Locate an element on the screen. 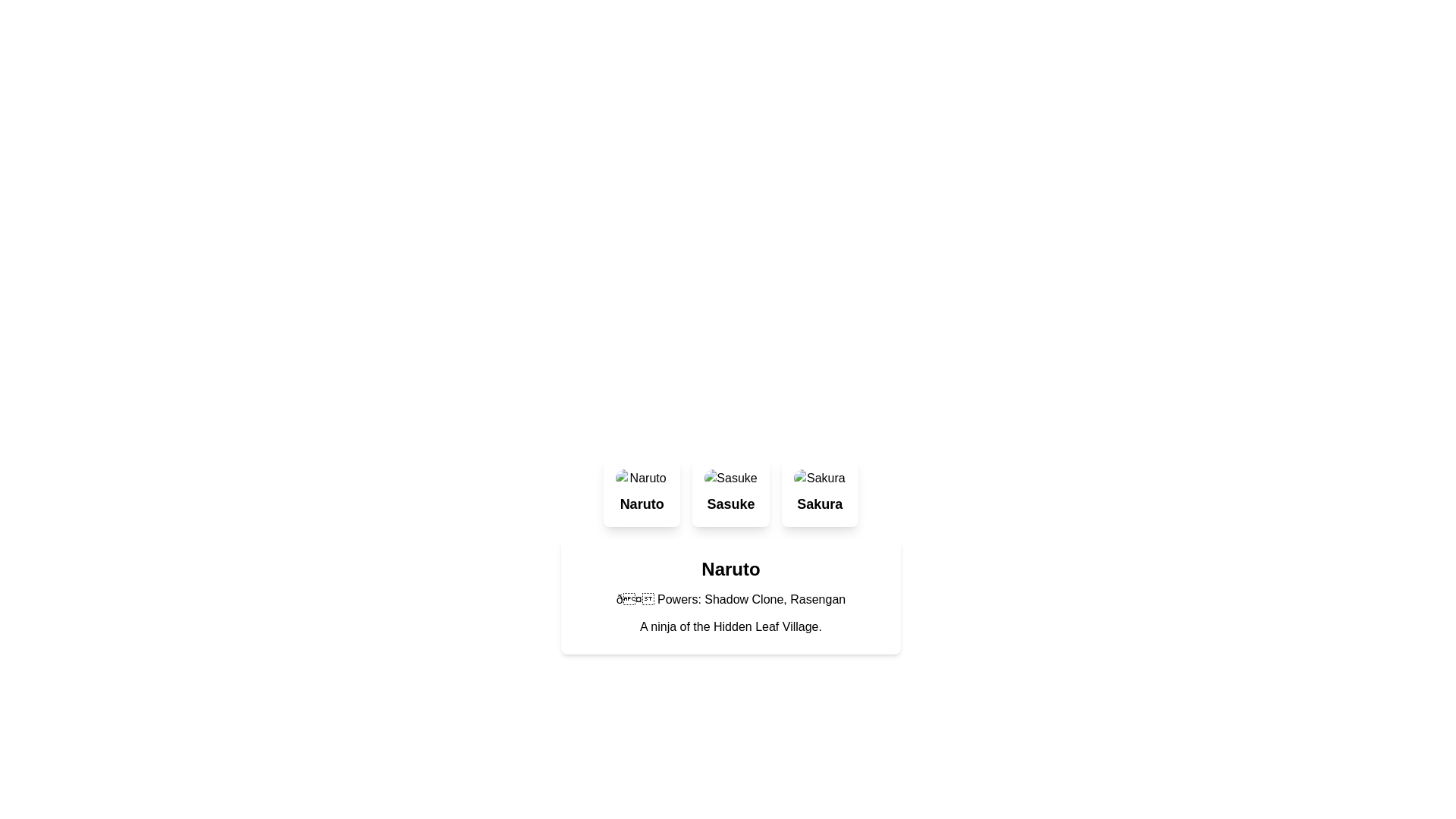  the 'Sasuke' card, which is the middle card in the horizontal card layout is located at coordinates (731, 491).